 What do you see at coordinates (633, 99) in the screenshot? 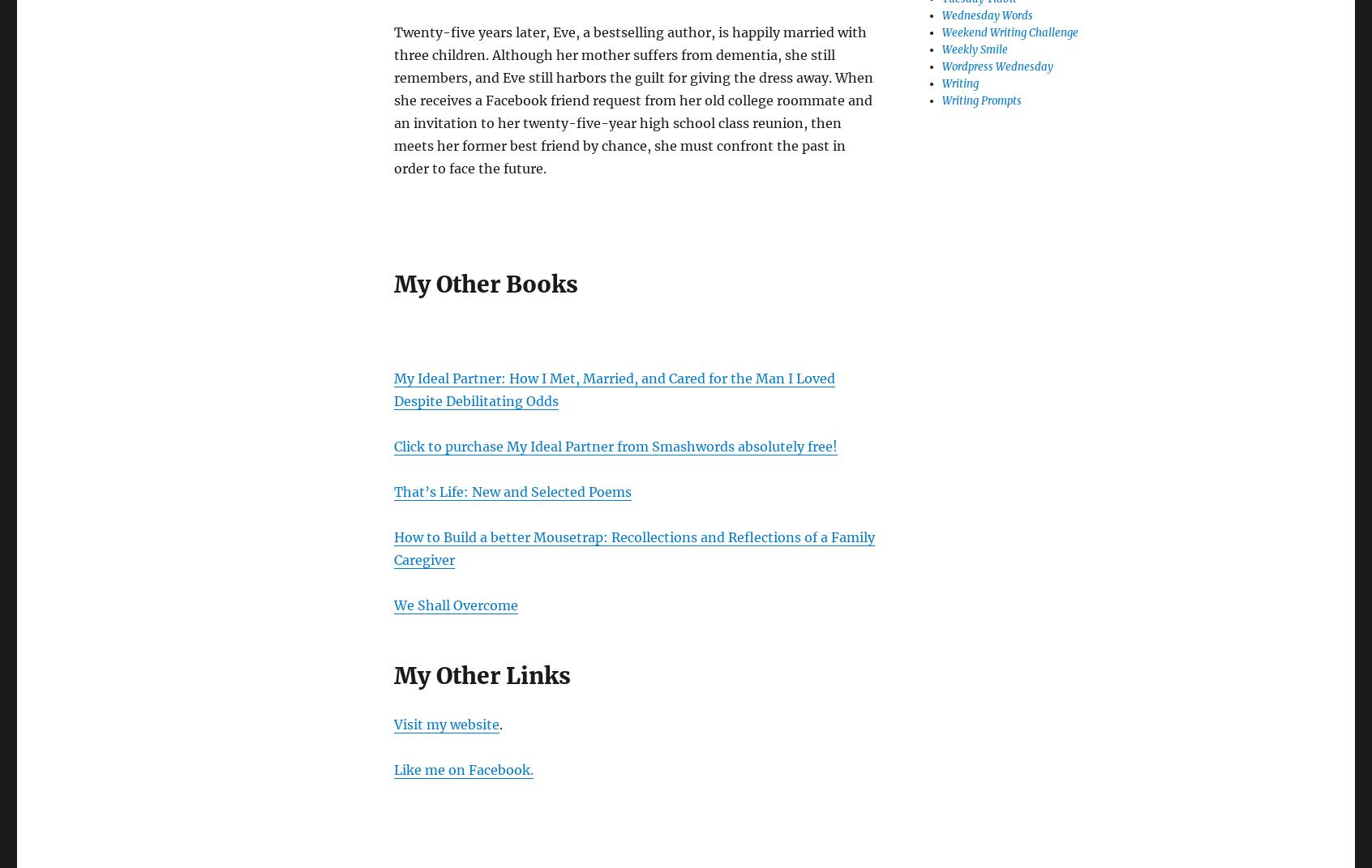
I see `'Twenty-five years later, Eve, a bestselling author, is happily married with three children. Although her mother suffers from dementia, she still remembers, and Eve still harbors the guilt for giving the dress away. When she receives a Facebook friend request from her old college roommate and an invitation to her twenty-five-year high school class reunion, then meets her former best friend by chance, she must confront the past in order to face the future.'` at bounding box center [633, 99].